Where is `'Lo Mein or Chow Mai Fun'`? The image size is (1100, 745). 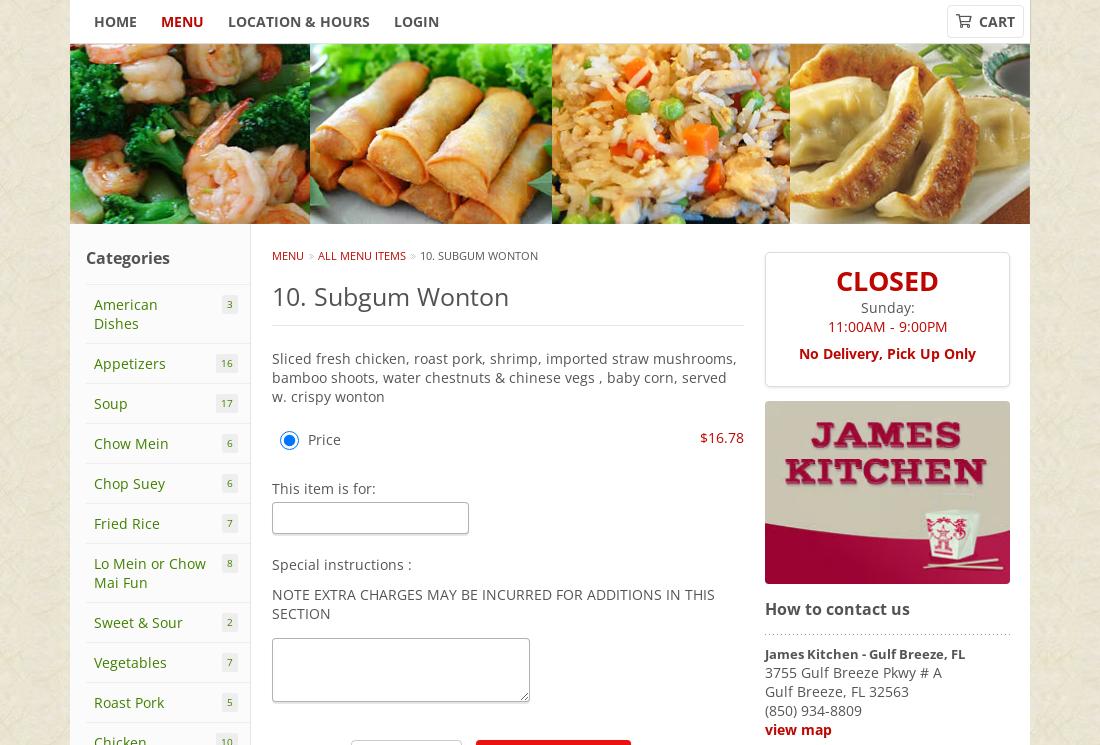 'Lo Mein or Chow Mai Fun' is located at coordinates (94, 572).